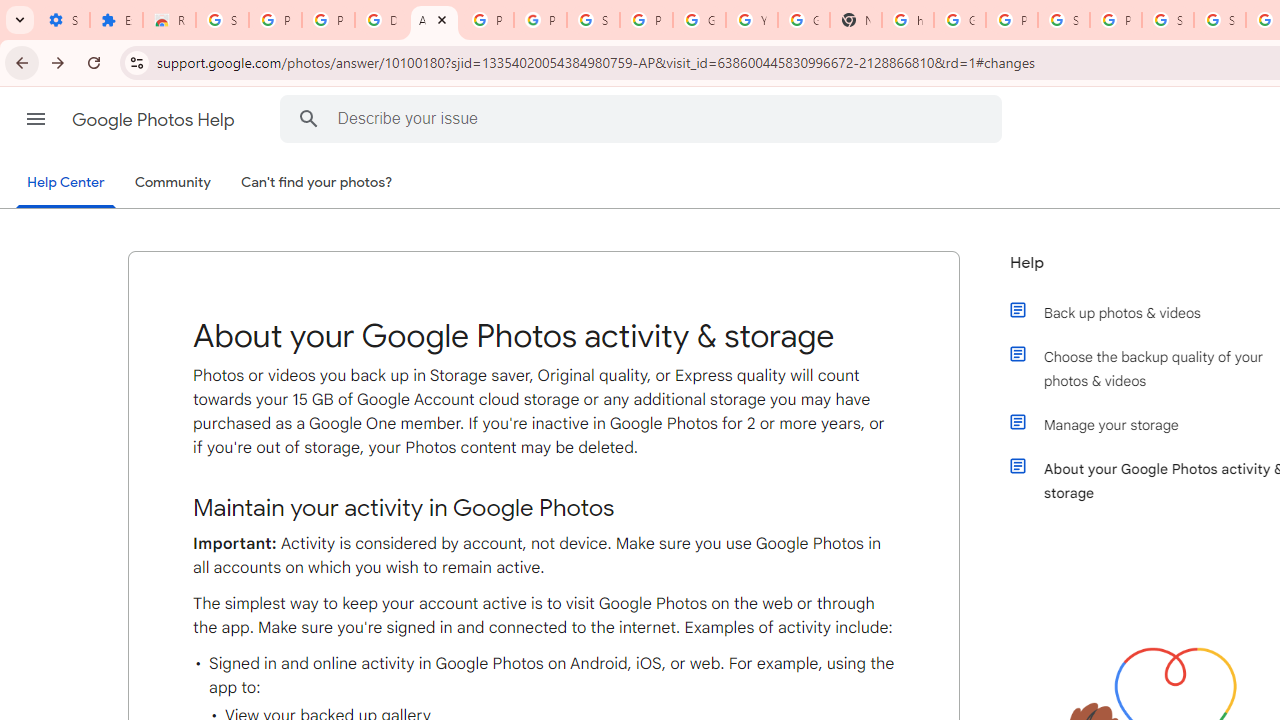 The width and height of the screenshot is (1280, 720). What do you see at coordinates (699, 20) in the screenshot?
I see `'Google Account'` at bounding box center [699, 20].